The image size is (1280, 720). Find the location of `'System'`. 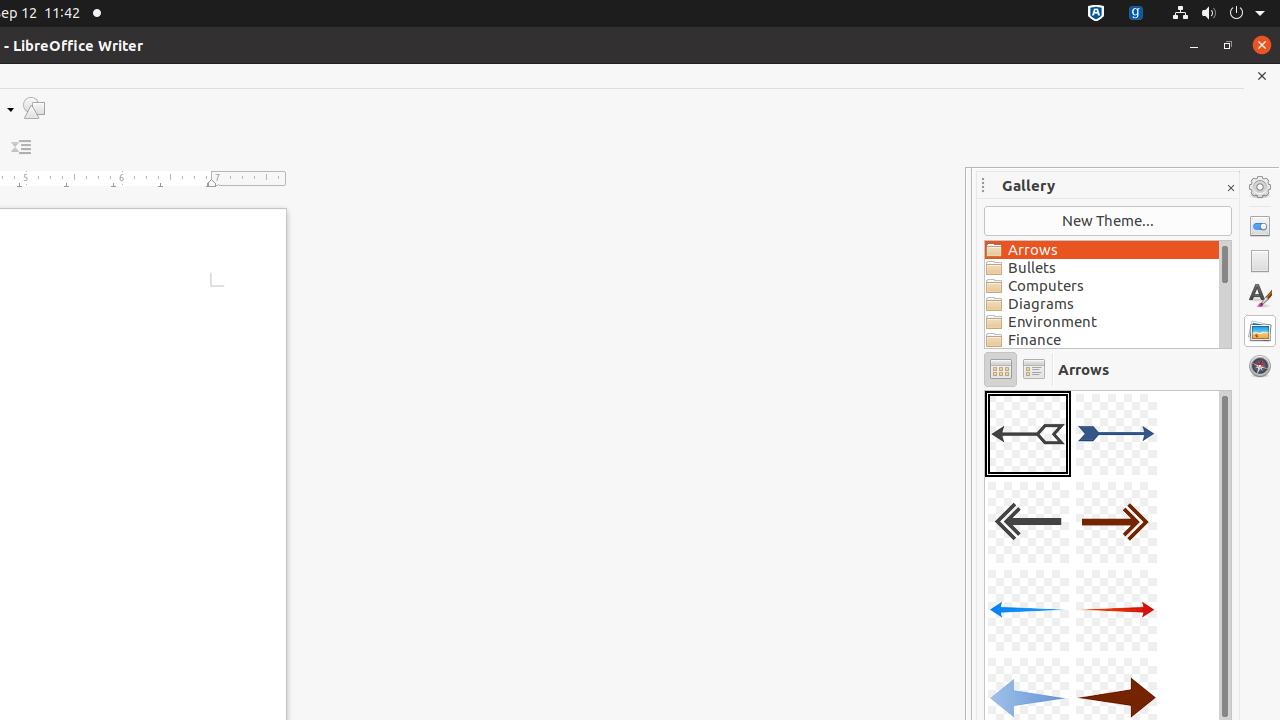

'System' is located at coordinates (1217, 13).